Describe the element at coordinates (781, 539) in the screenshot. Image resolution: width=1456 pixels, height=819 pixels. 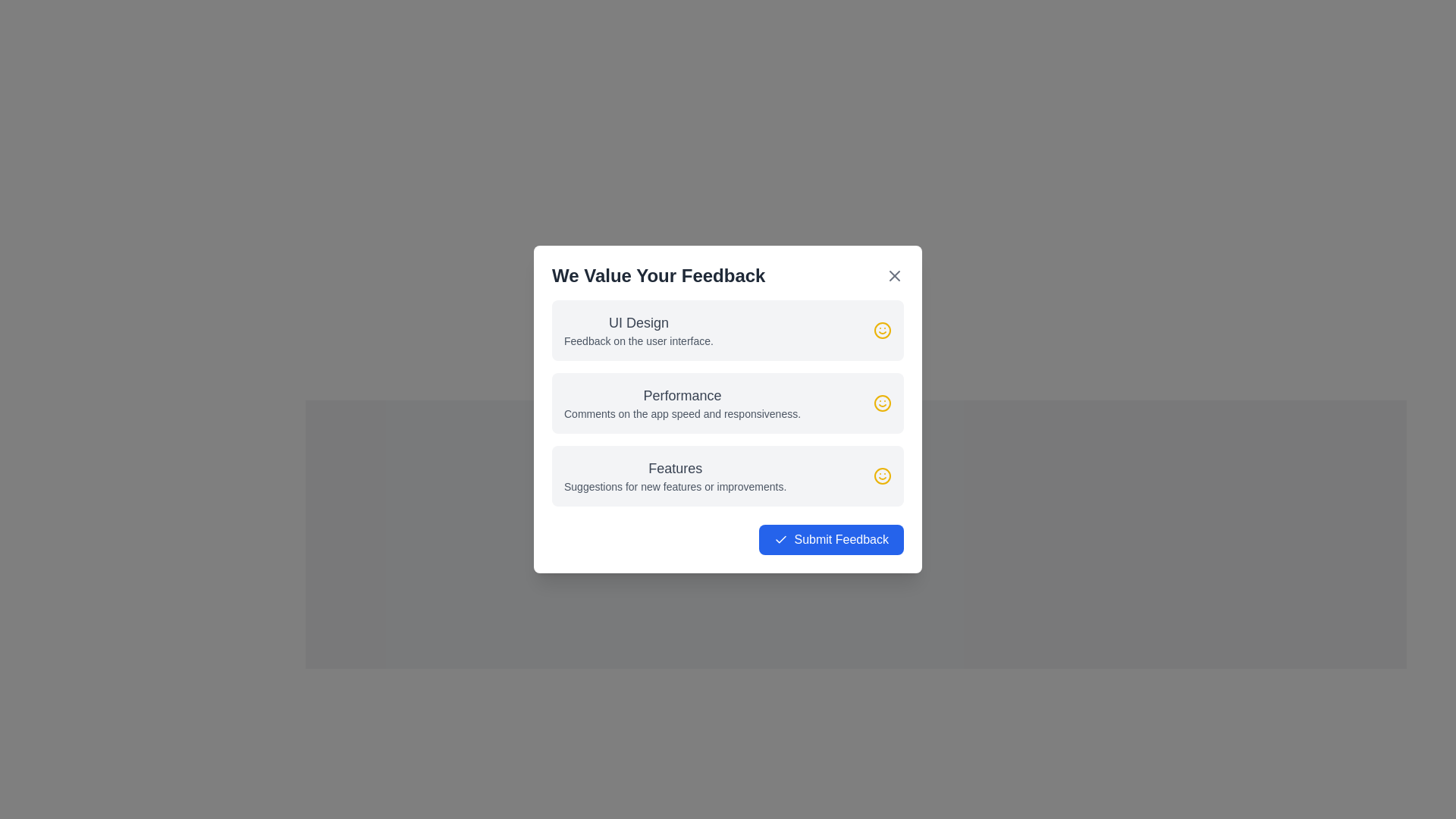
I see `the checkmark icon within the 'Submit Feedback' button, which has a white outline on a blue background, located towards the left side of the button content` at that location.